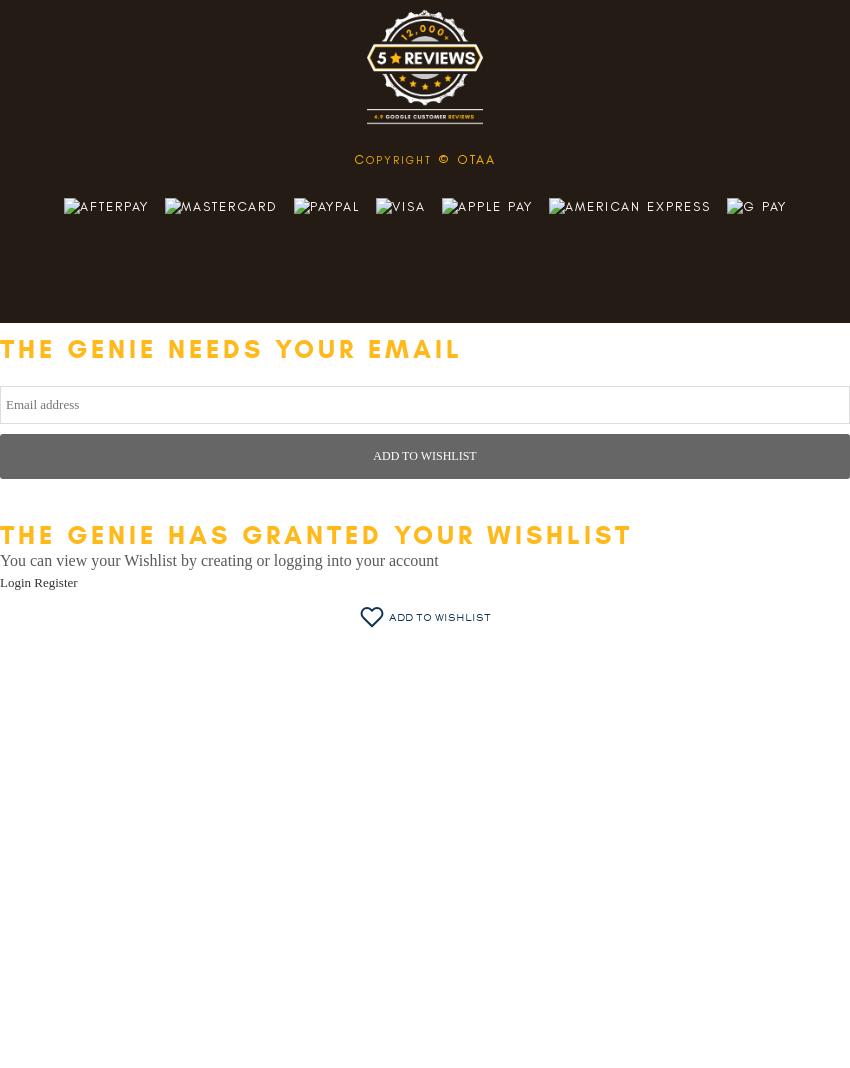  What do you see at coordinates (438, 615) in the screenshot?
I see `'Add to Wishlist'` at bounding box center [438, 615].